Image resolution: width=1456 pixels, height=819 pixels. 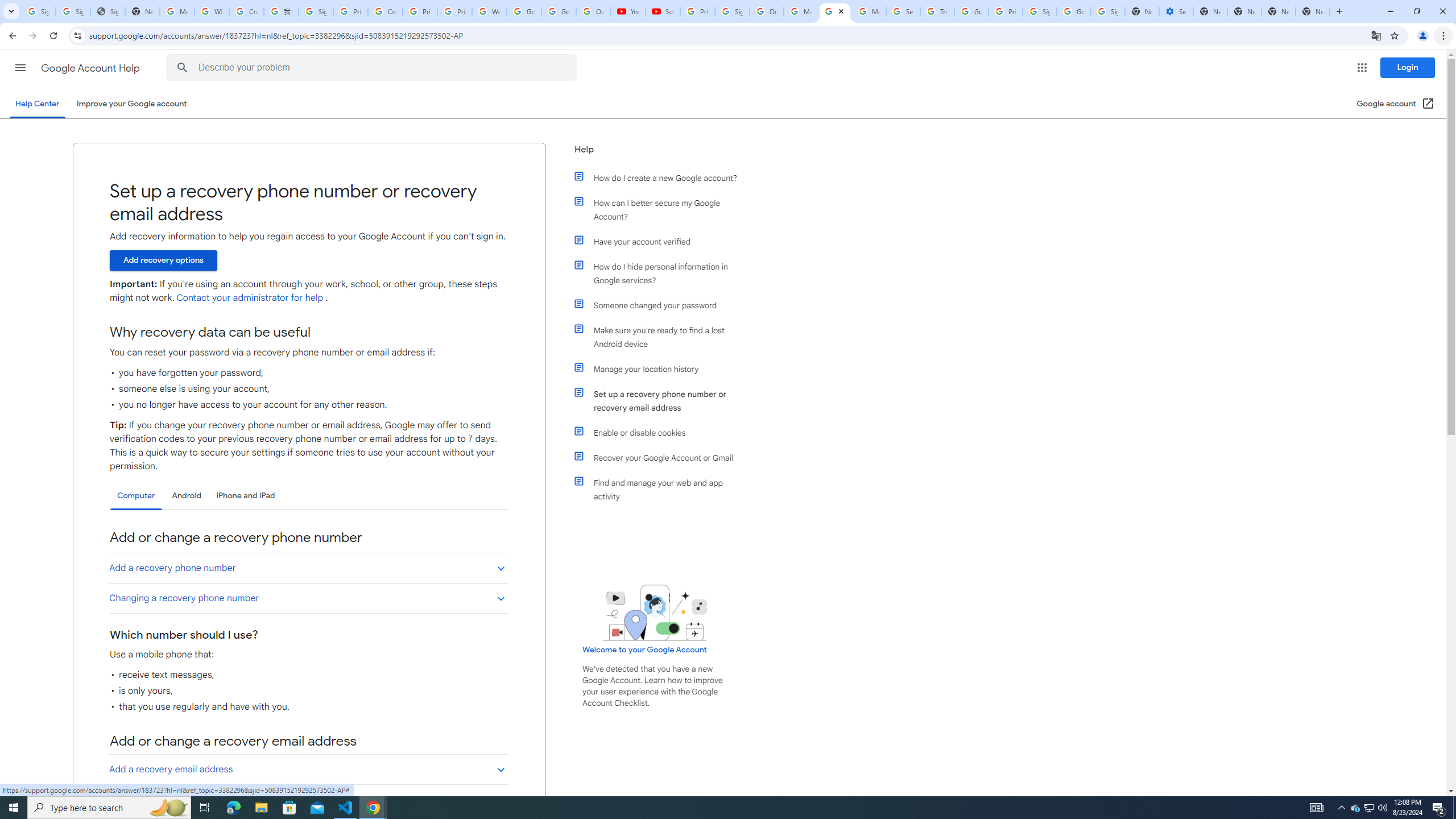 I want to click on 'YouTube', so click(x=628, y=11).